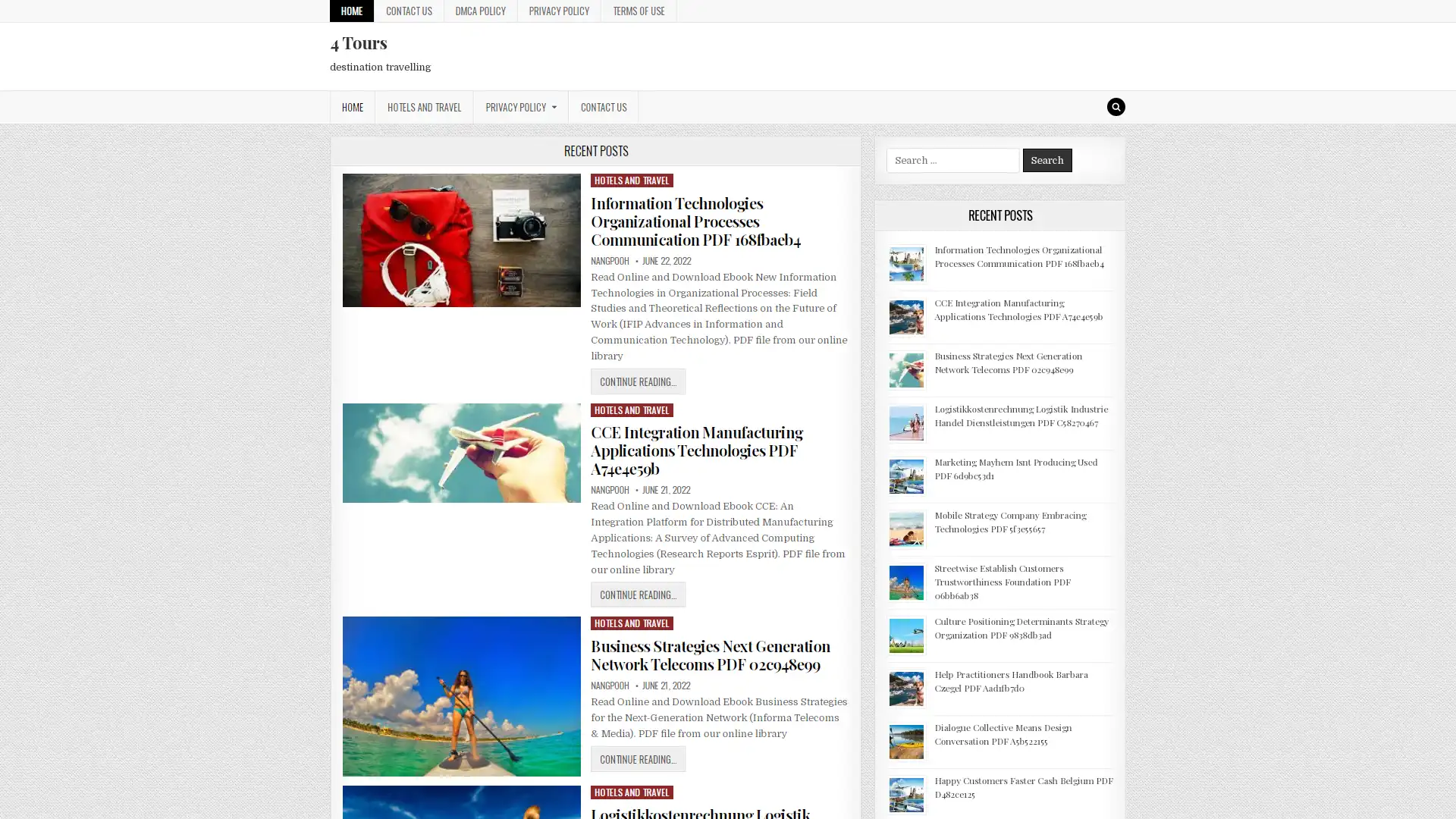  Describe the element at coordinates (1046, 160) in the screenshot. I see `Search` at that location.